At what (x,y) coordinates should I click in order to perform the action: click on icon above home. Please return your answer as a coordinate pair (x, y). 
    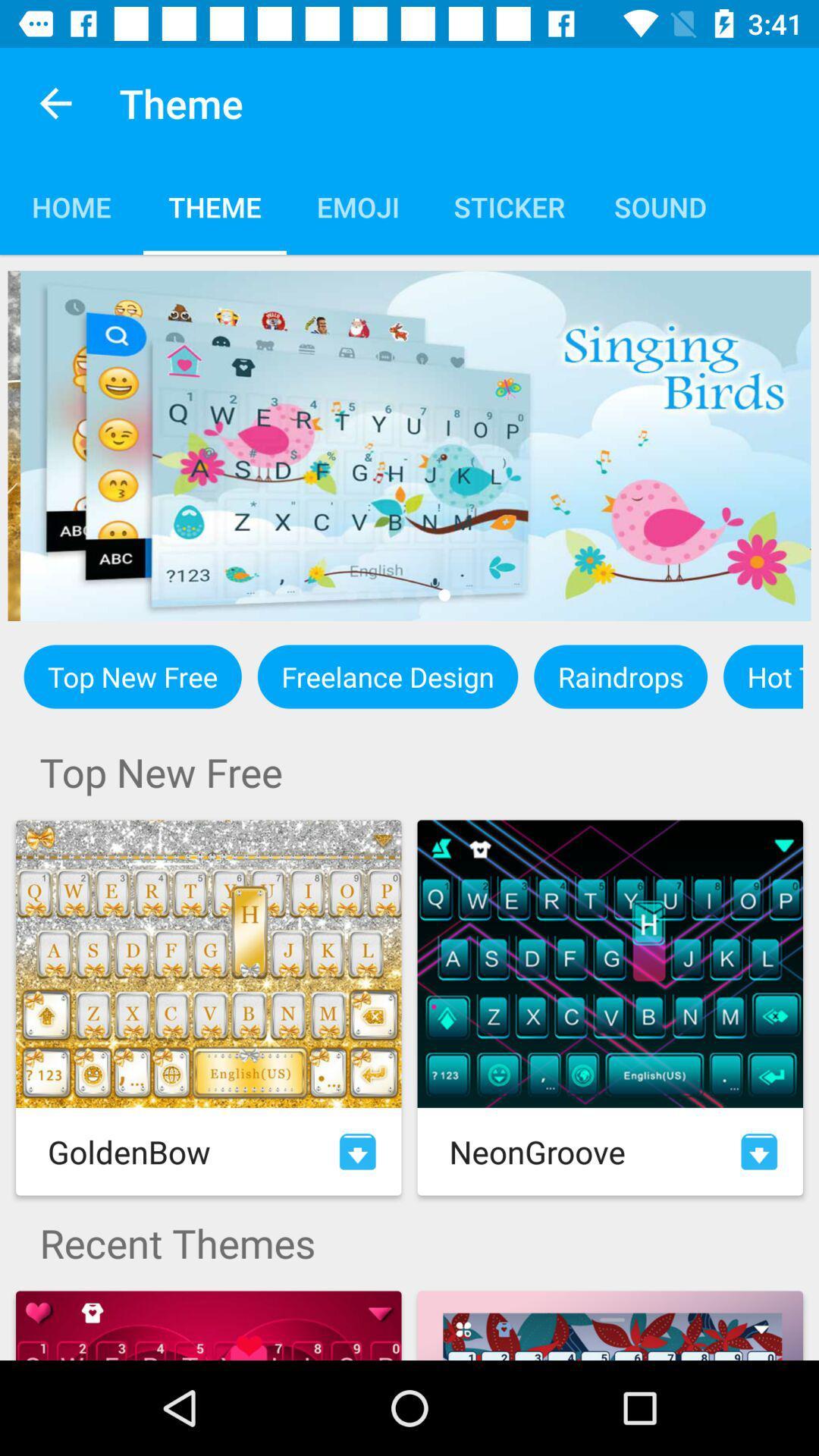
    Looking at the image, I should click on (55, 102).